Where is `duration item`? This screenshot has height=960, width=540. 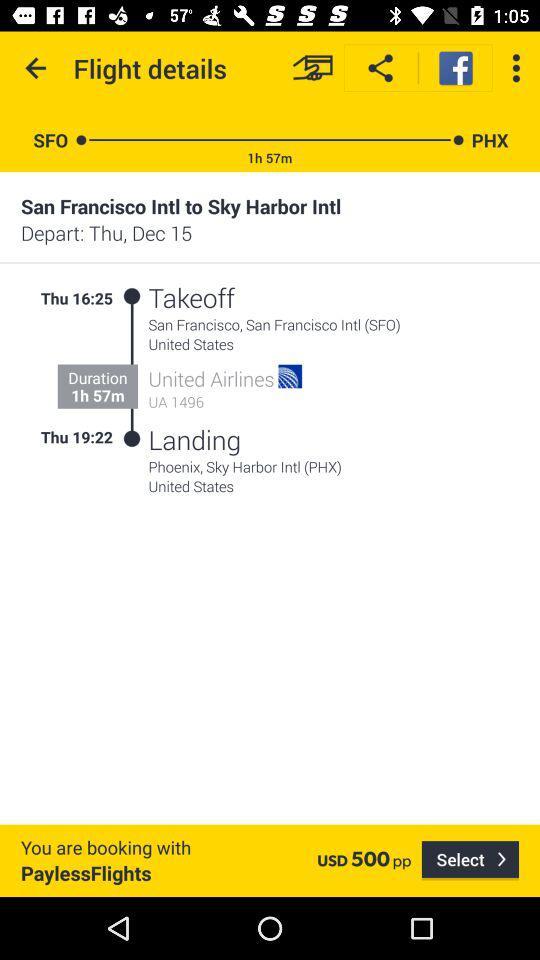 duration item is located at coordinates (96, 376).